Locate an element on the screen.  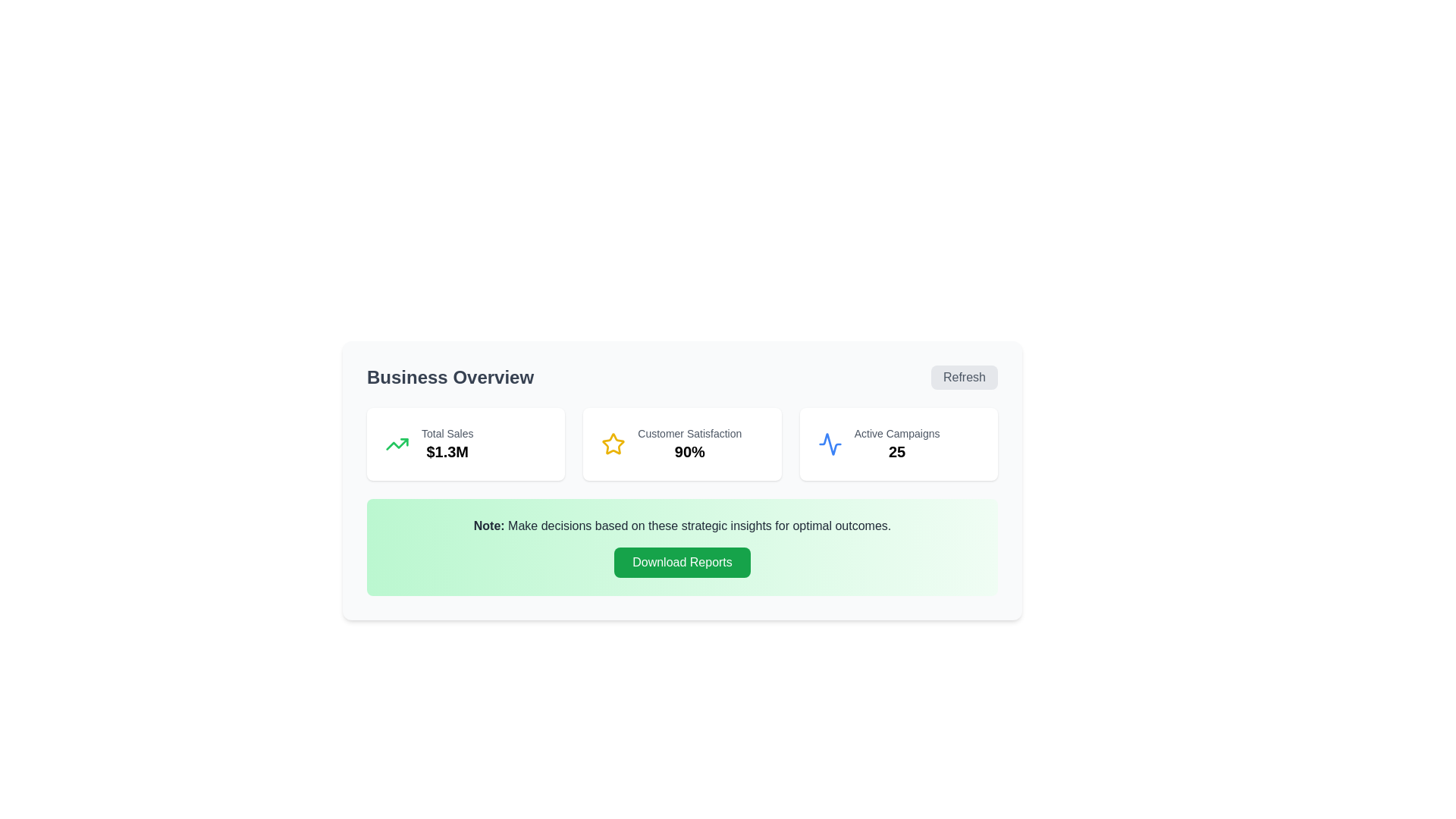
the text element that displays the percentage representing customer satisfaction, located directly below the 'Customer Satisfaction' label is located at coordinates (689, 451).